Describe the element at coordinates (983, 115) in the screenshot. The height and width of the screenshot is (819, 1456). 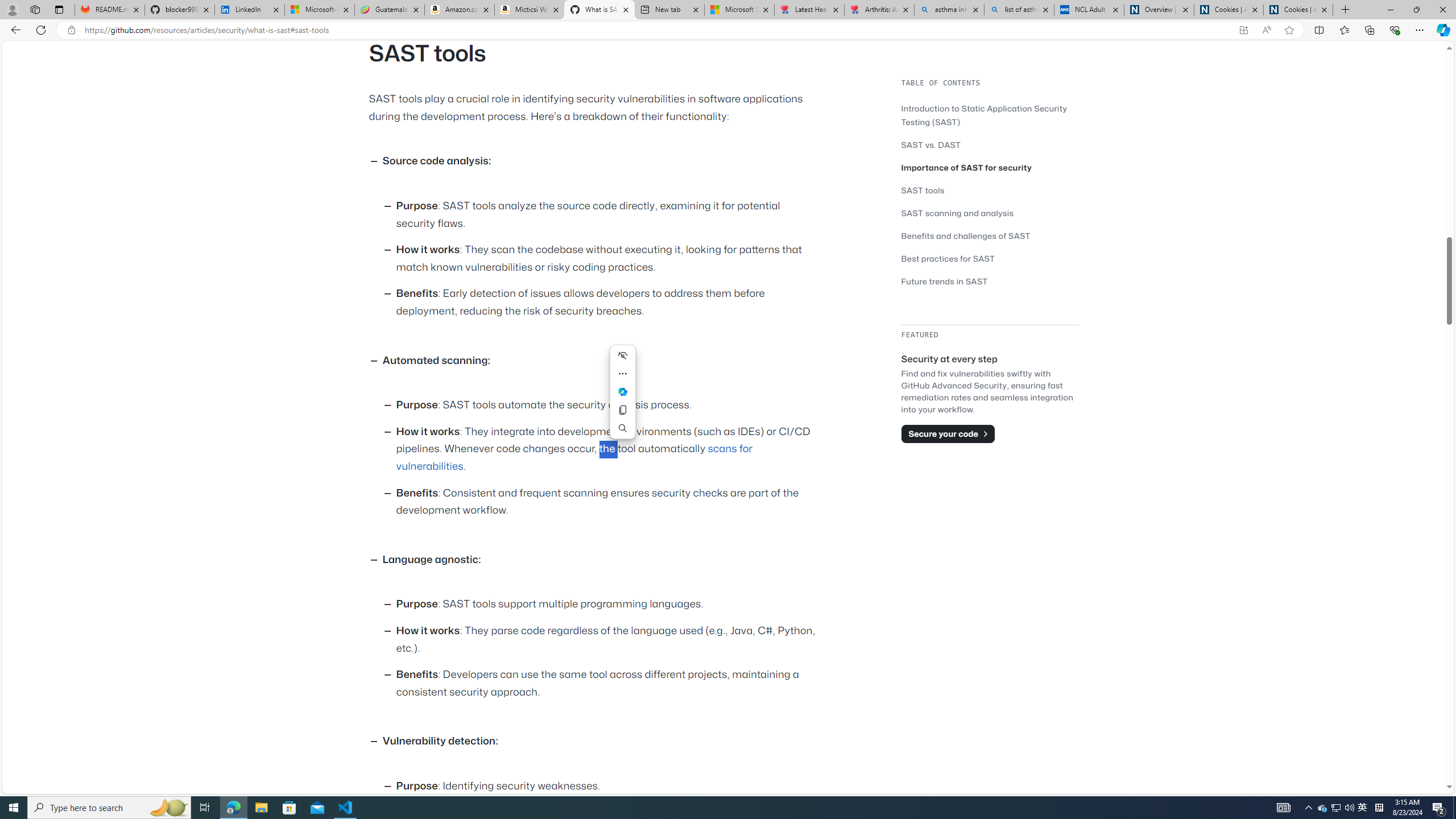
I see `'Introduction to Static Application Security Testing (SAST)'` at that location.